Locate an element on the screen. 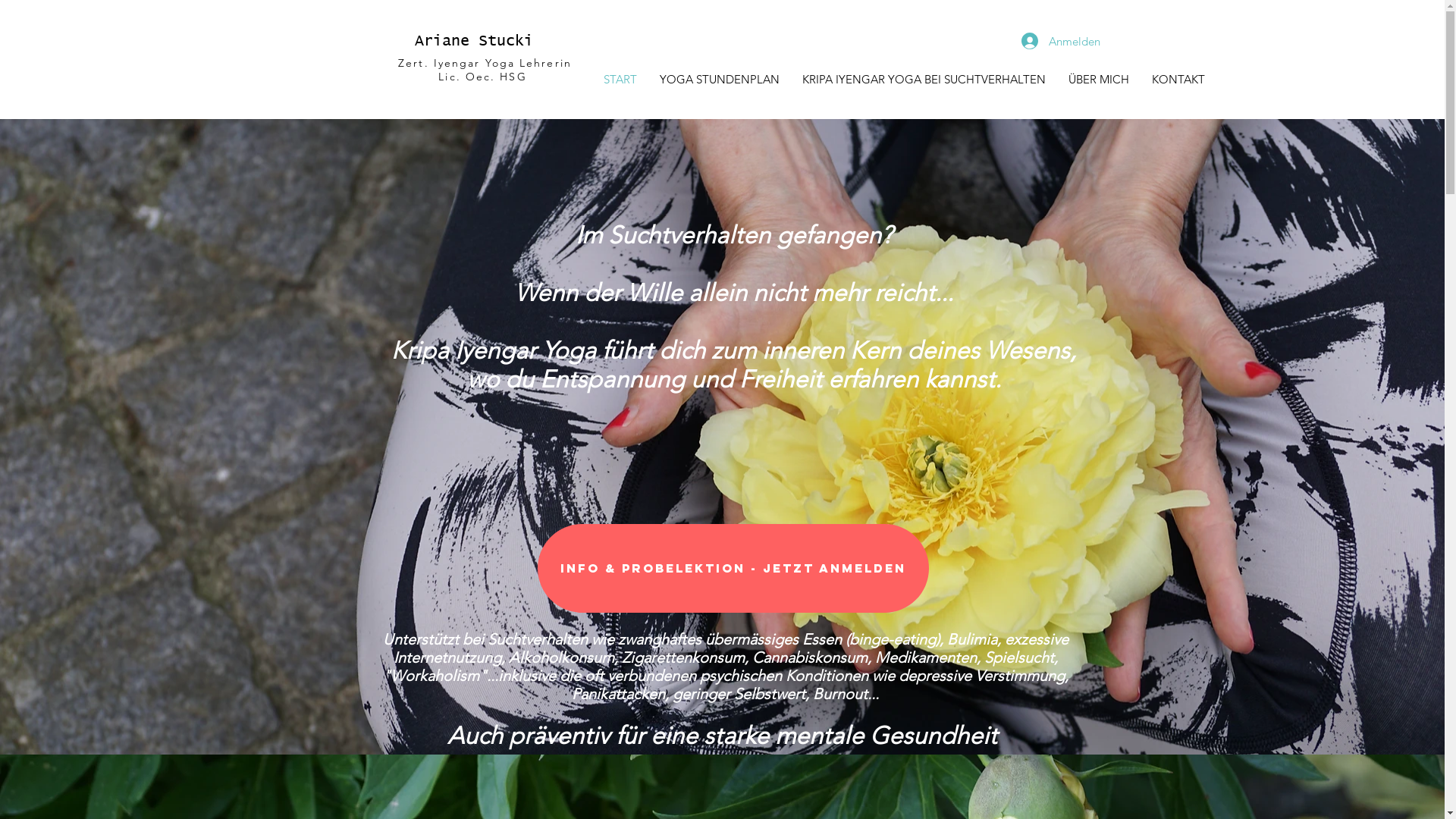  'Ariane Stucki' is located at coordinates (472, 40).